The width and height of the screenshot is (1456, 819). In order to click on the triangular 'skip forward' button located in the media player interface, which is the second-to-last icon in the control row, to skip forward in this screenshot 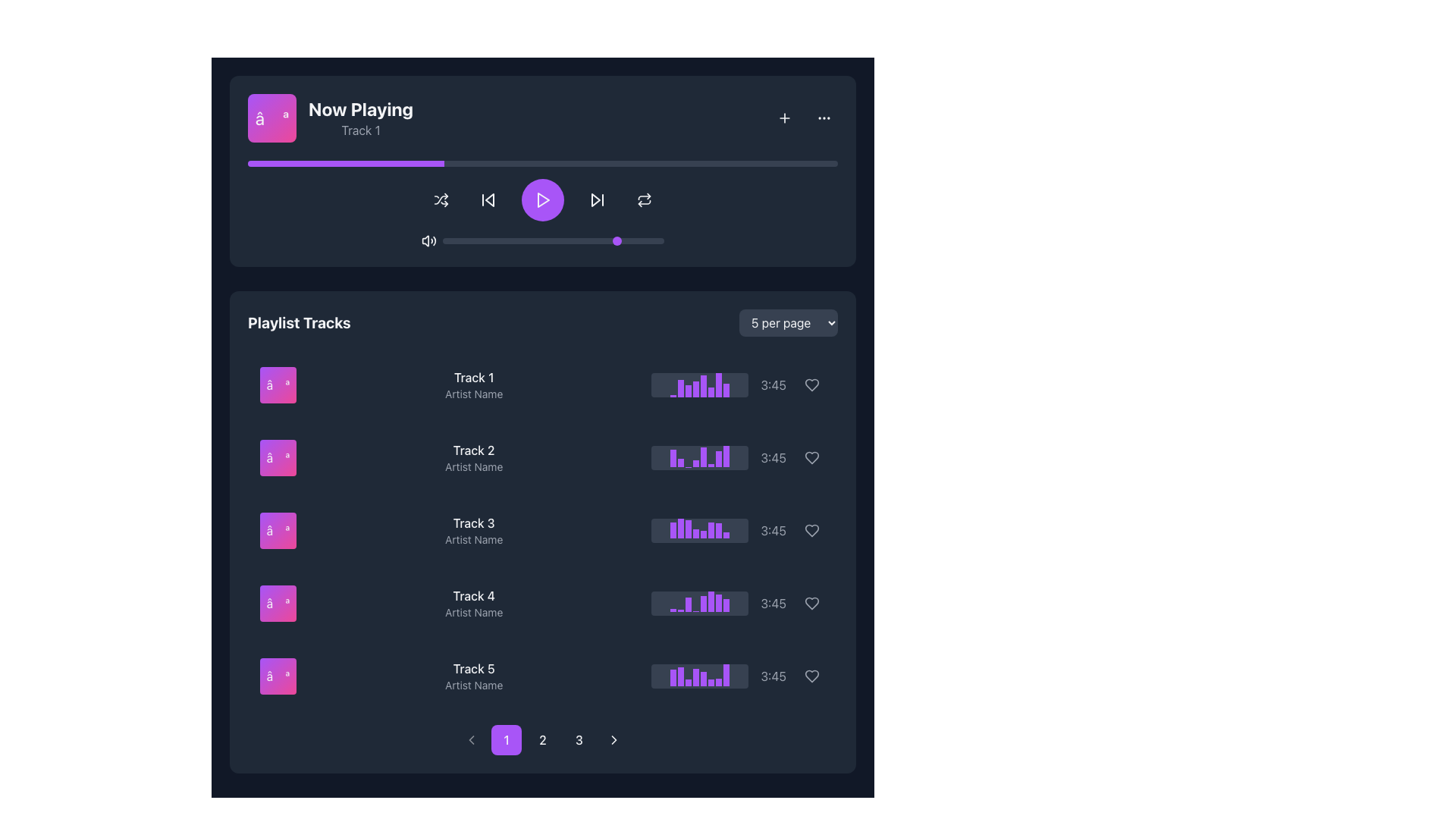, I will do `click(595, 199)`.